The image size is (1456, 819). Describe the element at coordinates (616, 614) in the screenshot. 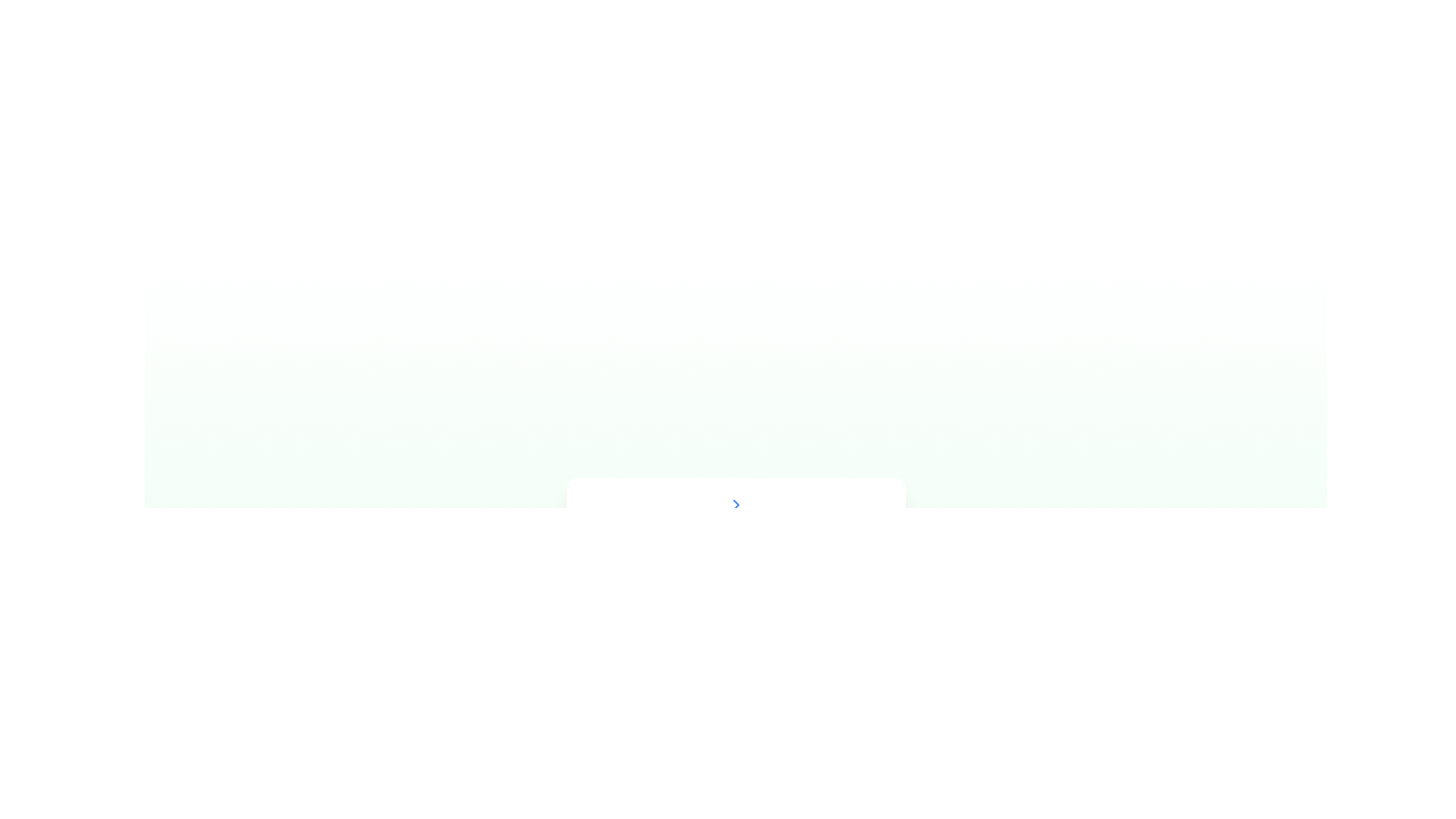

I see `the slider value` at that location.